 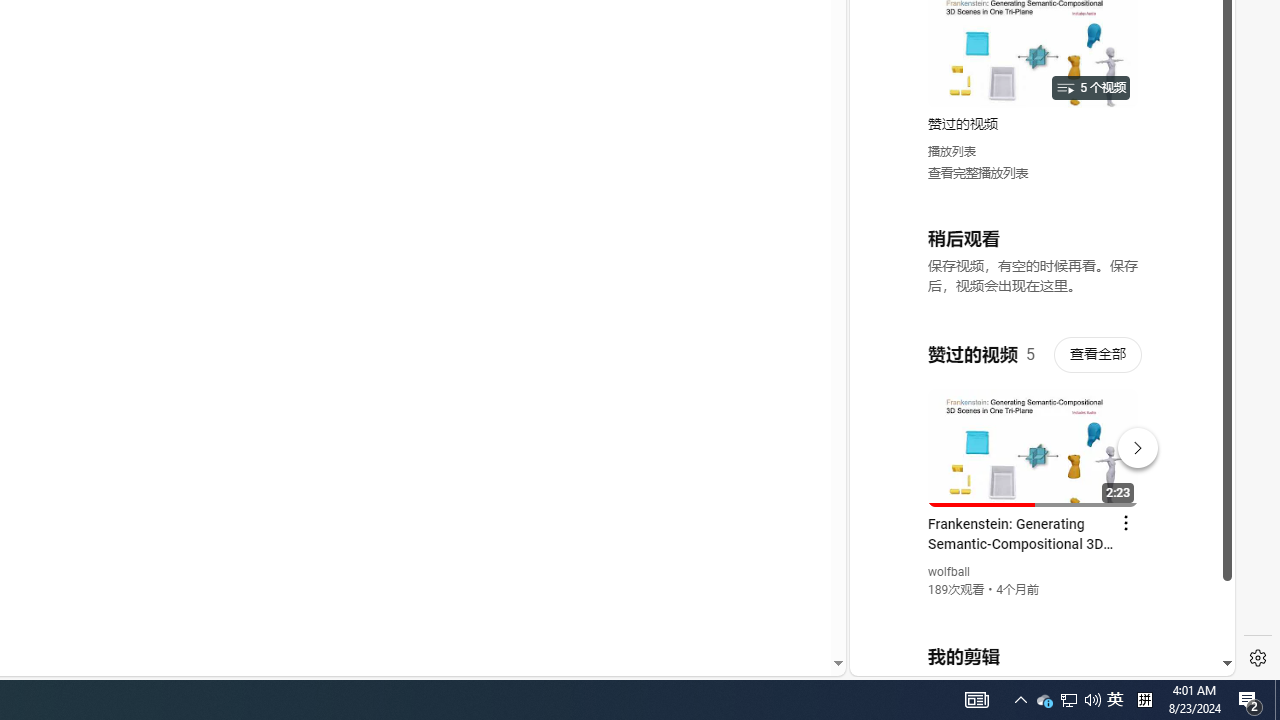 What do you see at coordinates (948, 572) in the screenshot?
I see `'wolfball'` at bounding box center [948, 572].